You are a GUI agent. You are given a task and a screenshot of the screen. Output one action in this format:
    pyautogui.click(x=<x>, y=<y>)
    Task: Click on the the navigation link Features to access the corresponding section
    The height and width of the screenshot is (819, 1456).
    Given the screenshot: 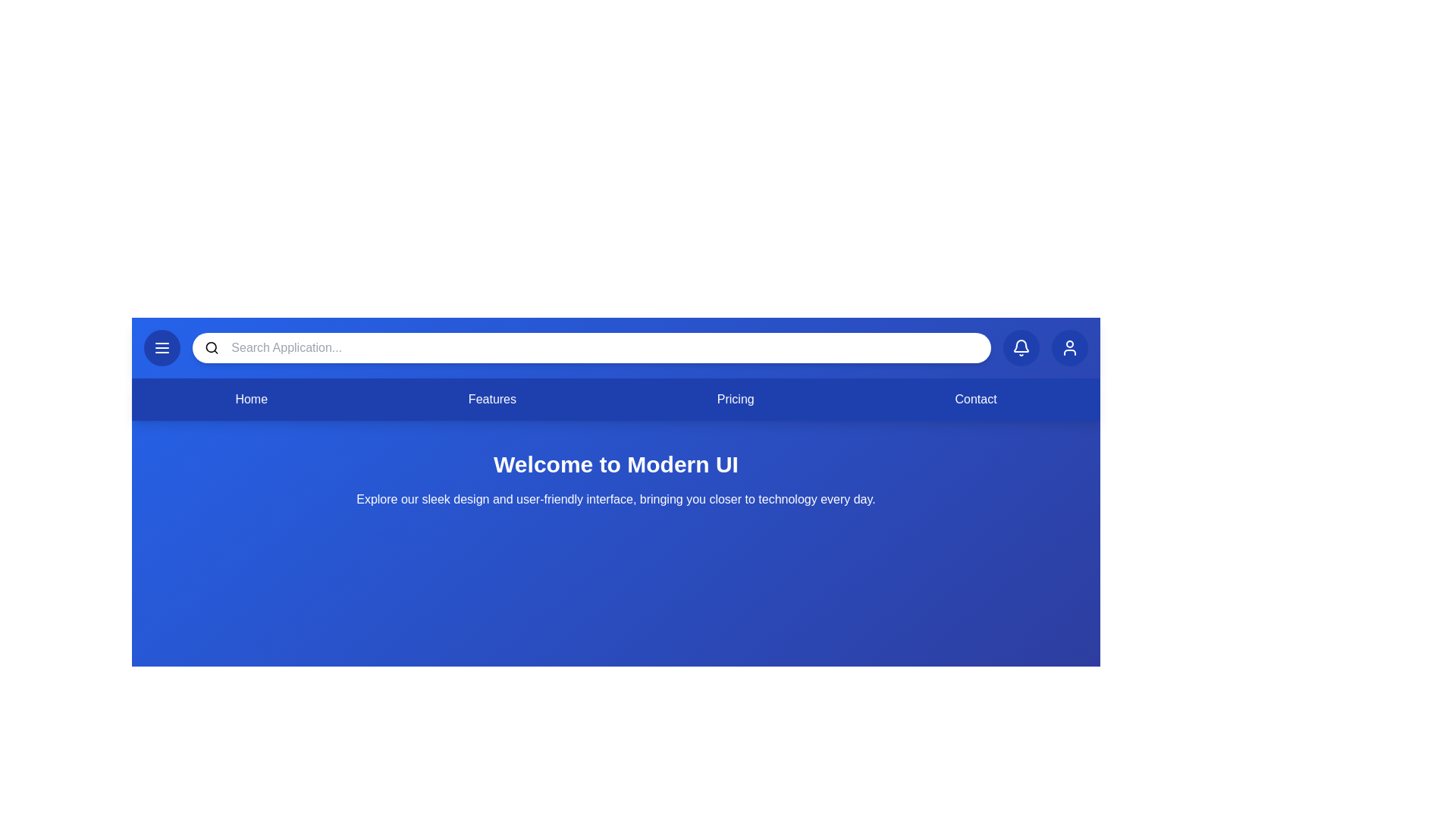 What is the action you would take?
    pyautogui.click(x=492, y=399)
    